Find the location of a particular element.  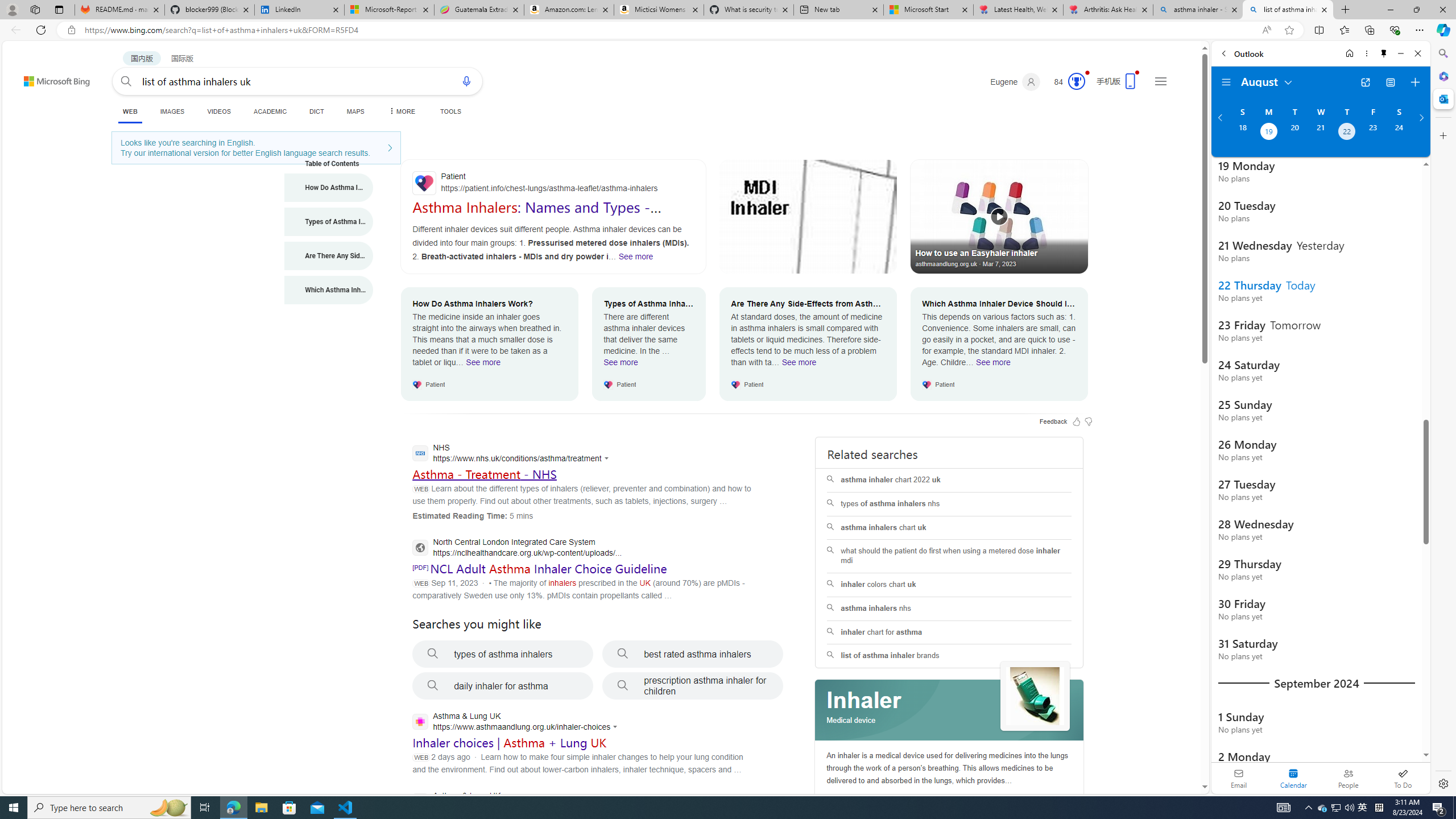

'daily inhaler for asthma' is located at coordinates (503, 686).